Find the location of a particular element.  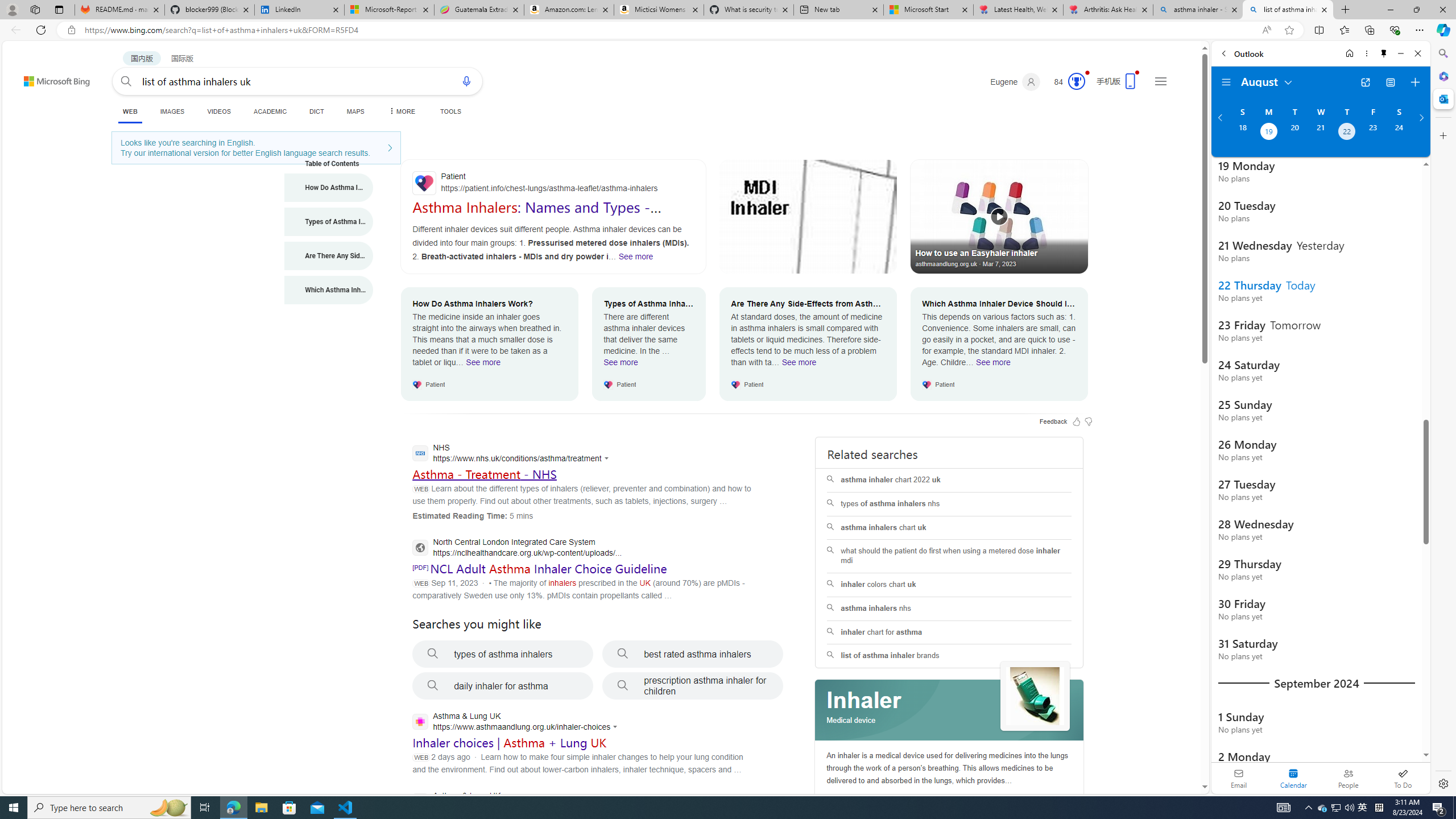

'daily inhaler for asthma' is located at coordinates (503, 686).